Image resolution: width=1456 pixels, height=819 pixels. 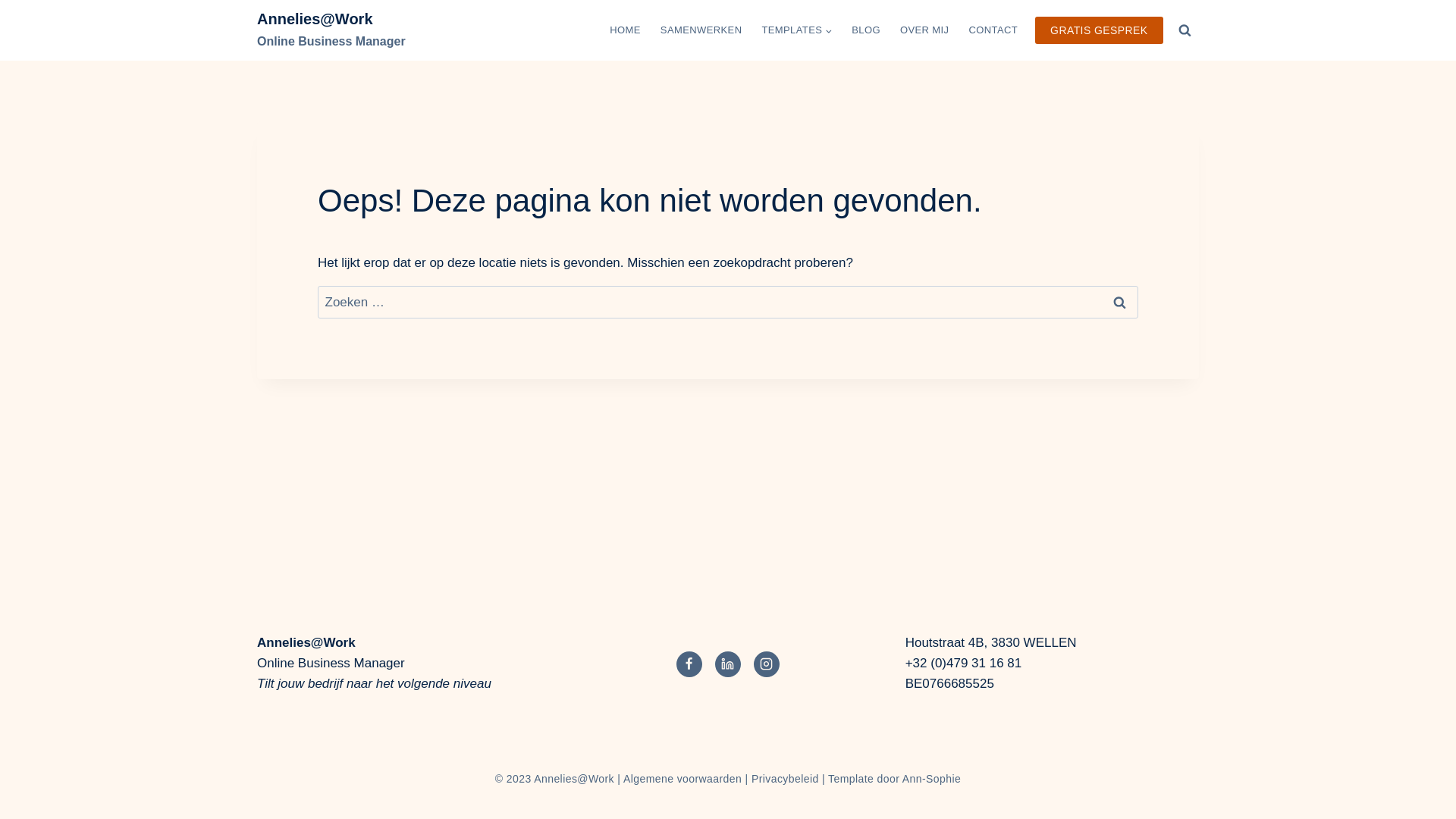 What do you see at coordinates (651, 30) in the screenshot?
I see `'SAMENWERKEN'` at bounding box center [651, 30].